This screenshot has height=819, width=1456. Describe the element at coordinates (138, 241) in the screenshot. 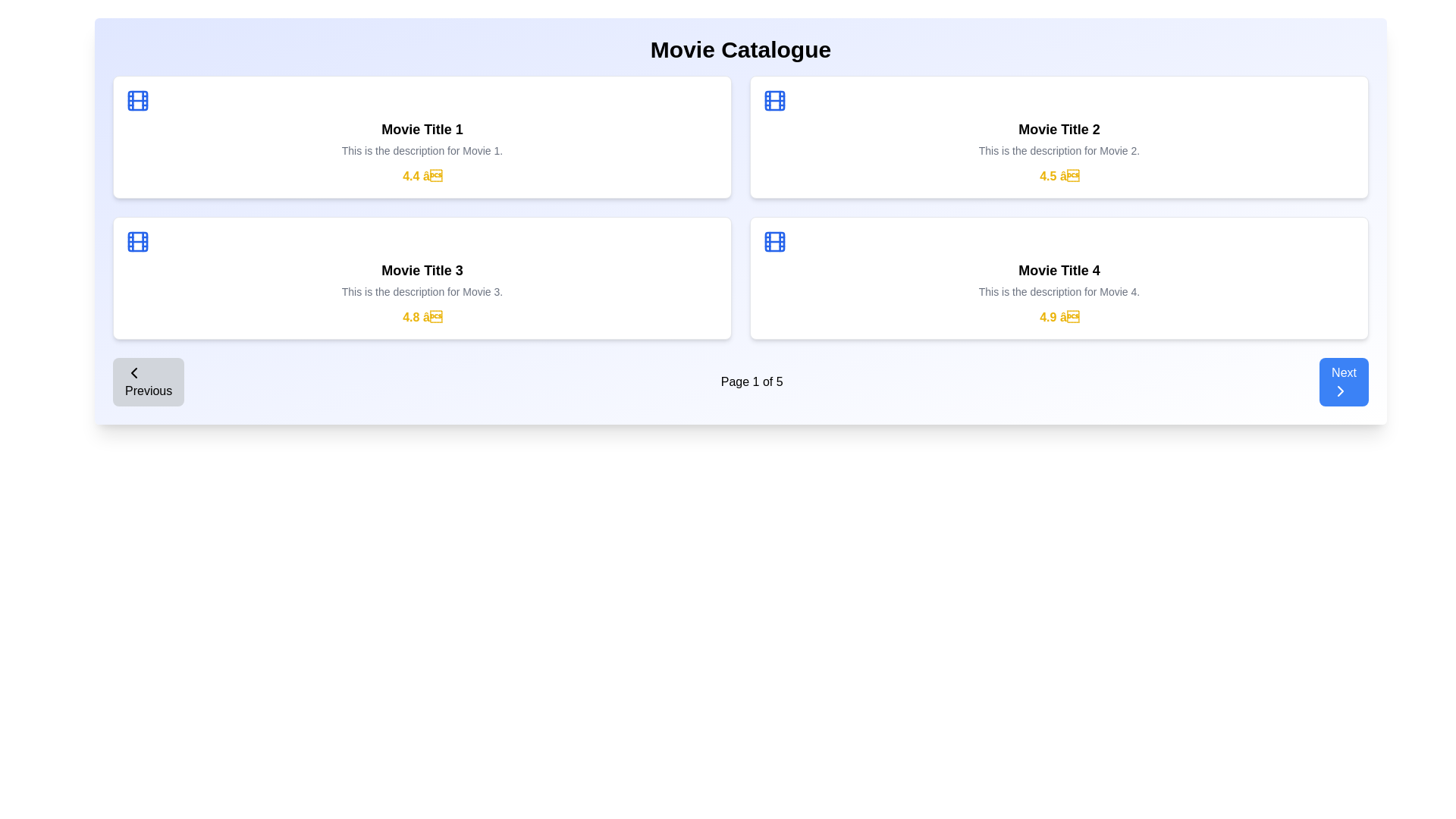

I see `the blue film roll icon located in the top-left corner of the third block titled 'Movie Title 3' in the movie catalogue view` at that location.